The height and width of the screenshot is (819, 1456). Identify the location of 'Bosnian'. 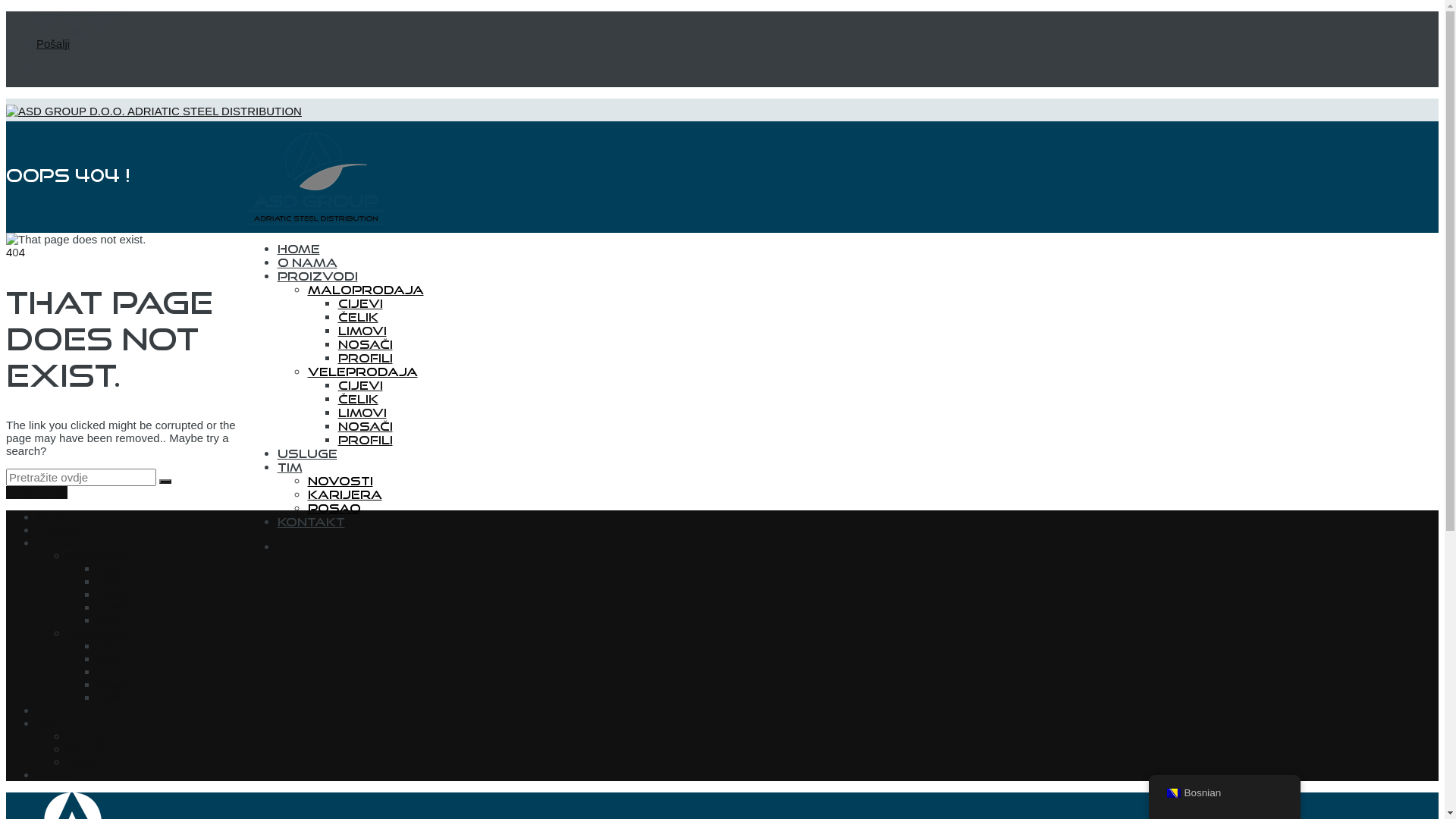
(1223, 792).